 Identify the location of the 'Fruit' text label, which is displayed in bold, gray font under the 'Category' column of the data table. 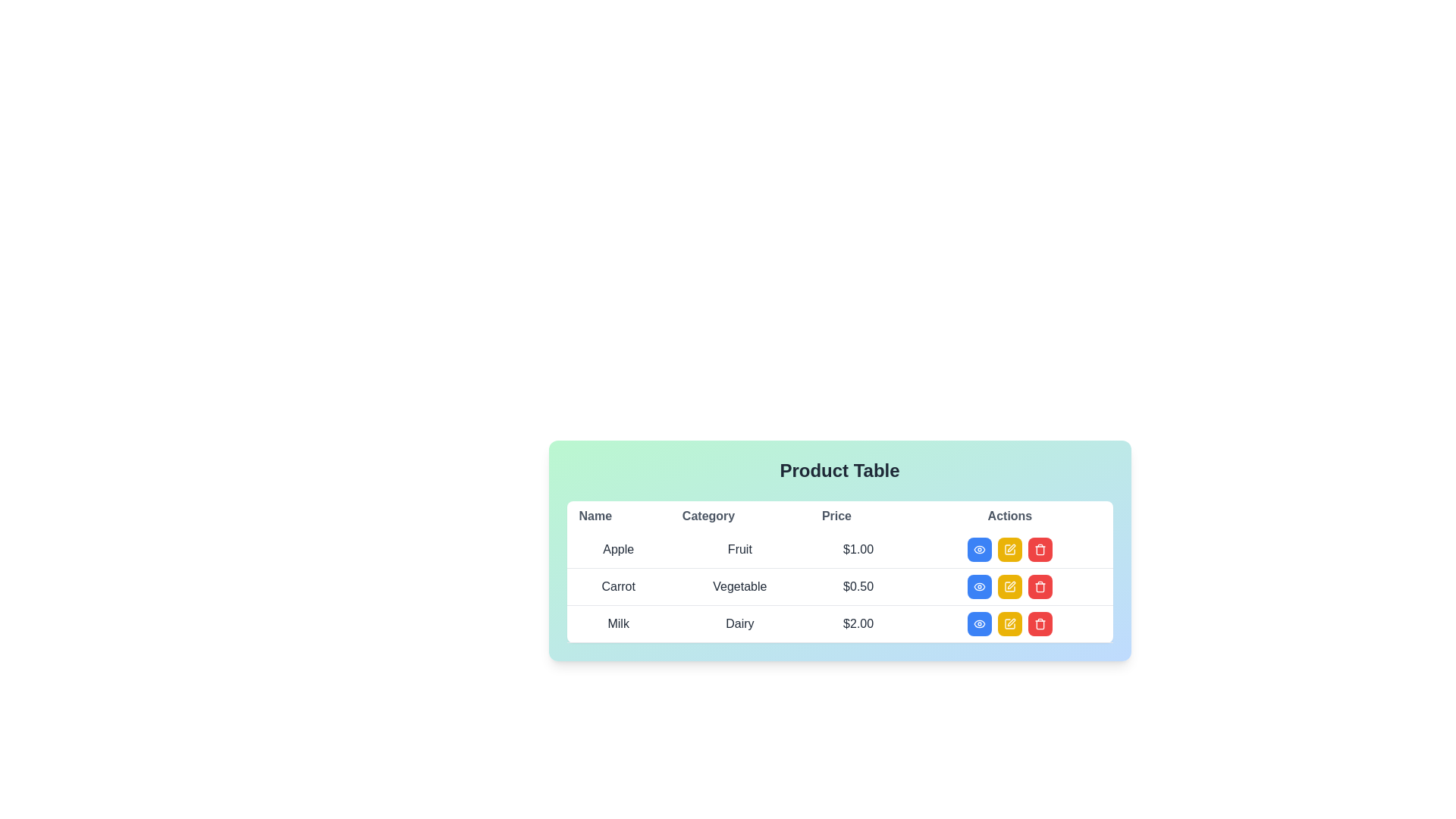
(739, 550).